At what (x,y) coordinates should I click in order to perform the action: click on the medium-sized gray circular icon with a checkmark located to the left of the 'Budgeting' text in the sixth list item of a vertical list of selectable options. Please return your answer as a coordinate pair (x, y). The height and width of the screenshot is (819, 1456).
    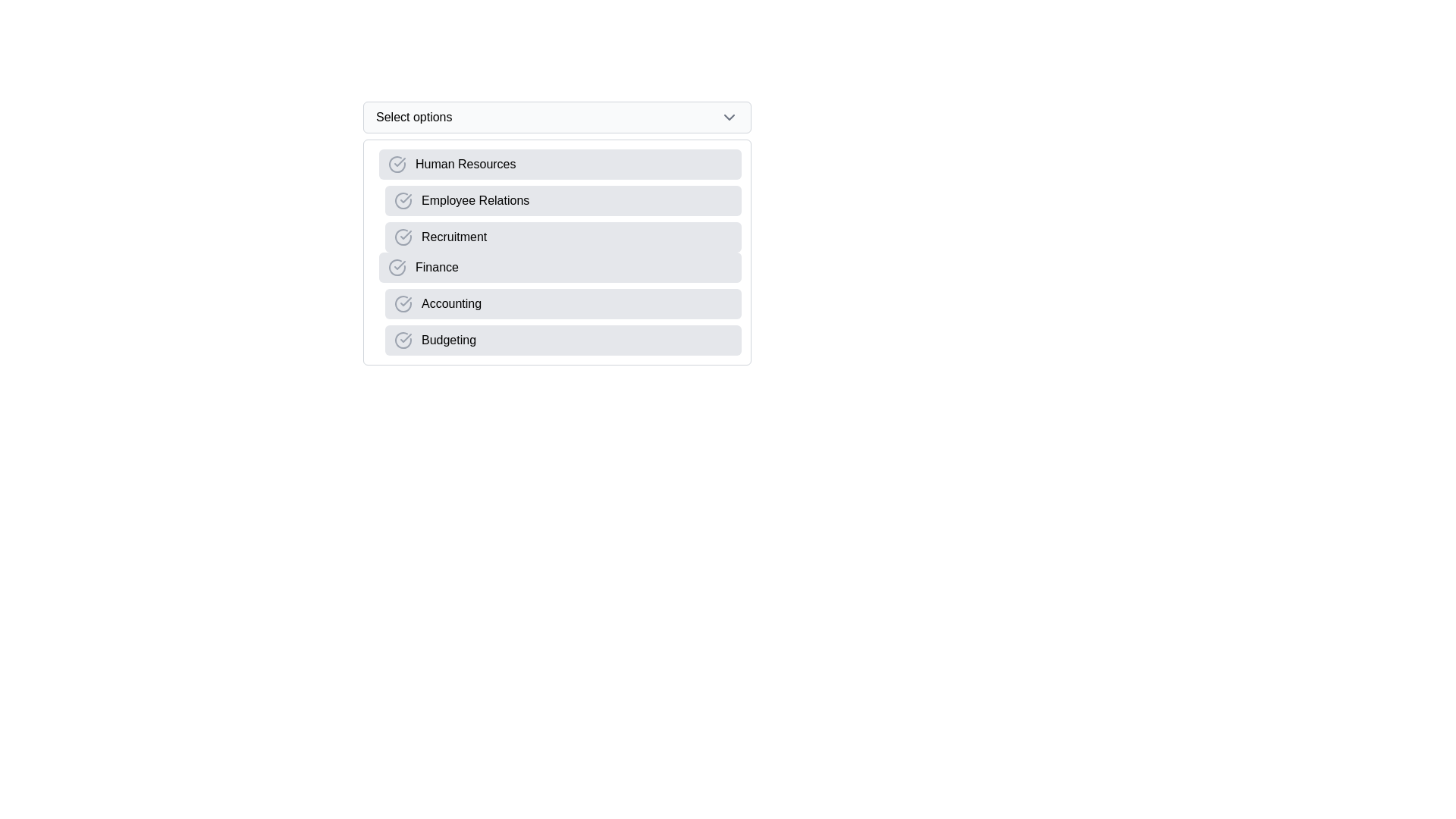
    Looking at the image, I should click on (403, 339).